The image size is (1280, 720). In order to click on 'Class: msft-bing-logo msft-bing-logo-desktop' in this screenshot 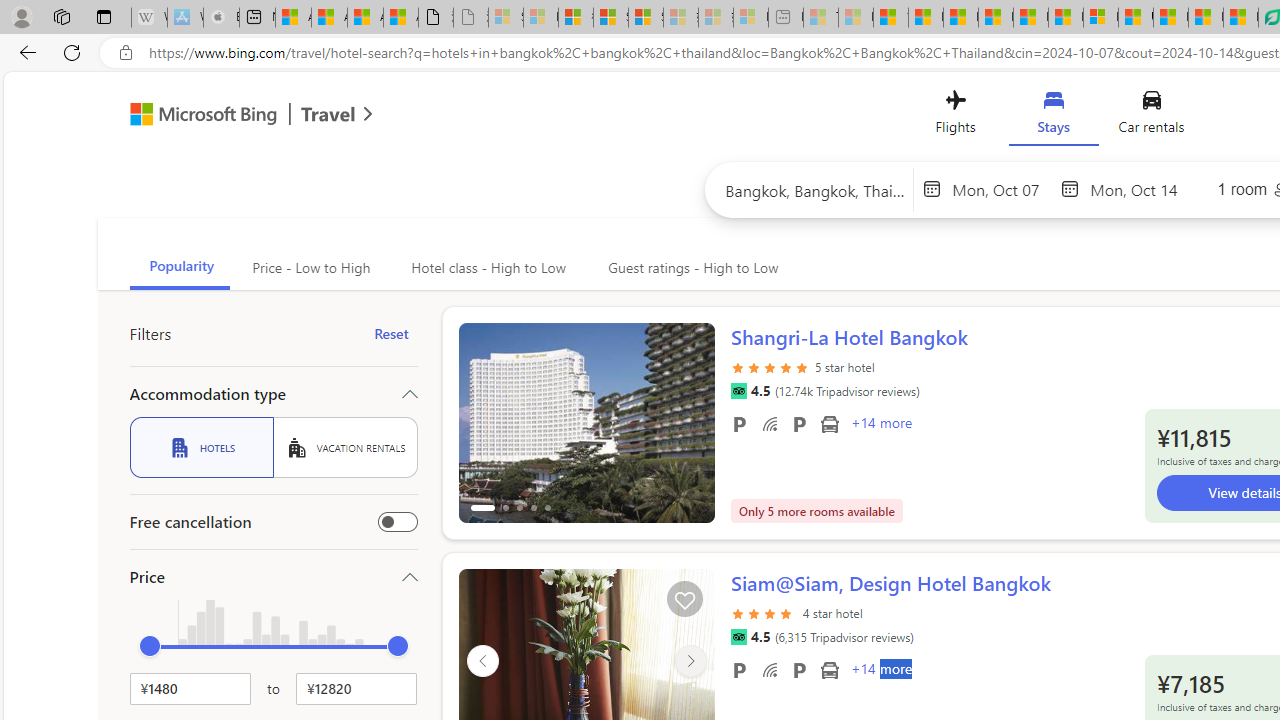, I will do `click(199, 114)`.